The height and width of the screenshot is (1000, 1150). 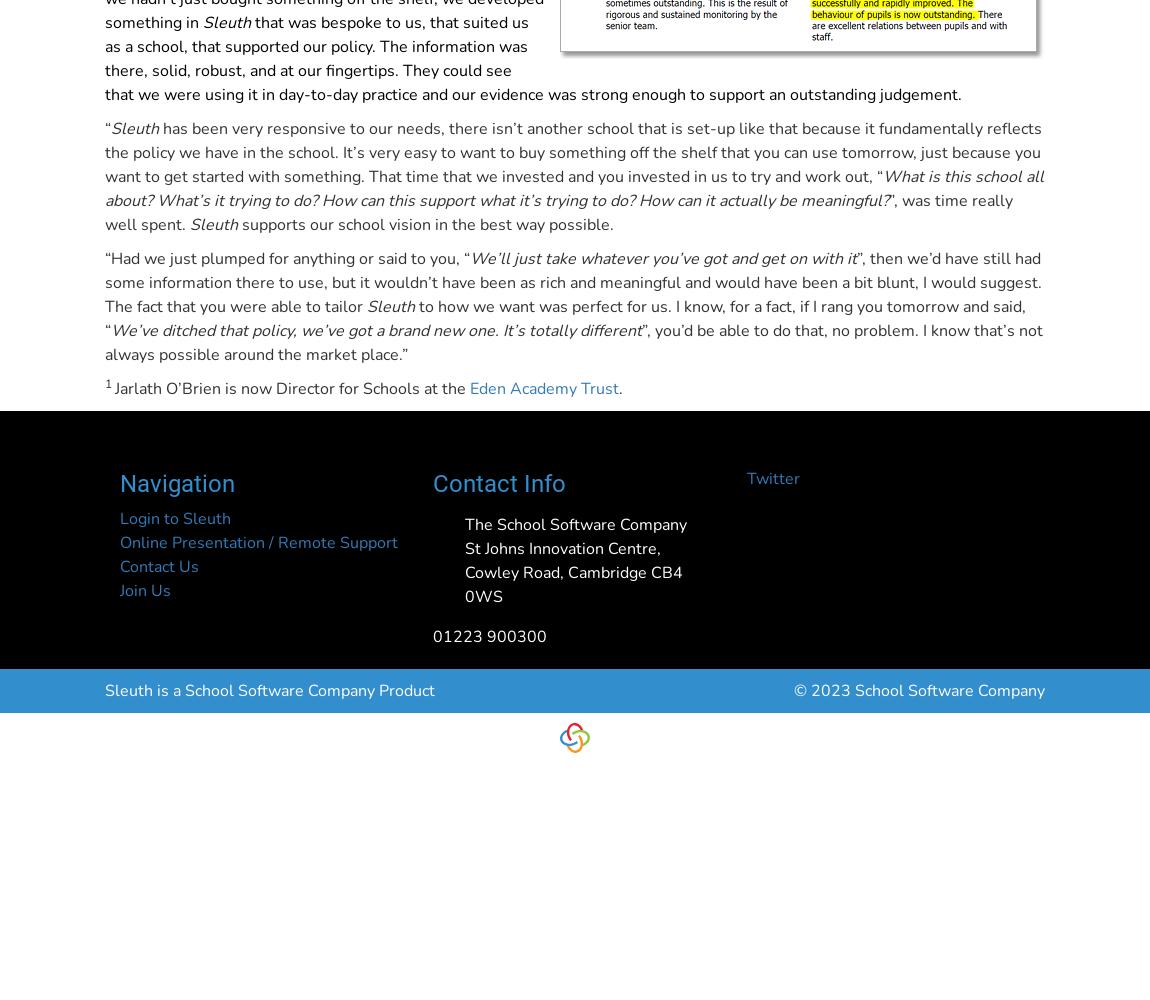 What do you see at coordinates (103, 259) in the screenshot?
I see `'“Had we just plumped for anything or said to you, “'` at bounding box center [103, 259].